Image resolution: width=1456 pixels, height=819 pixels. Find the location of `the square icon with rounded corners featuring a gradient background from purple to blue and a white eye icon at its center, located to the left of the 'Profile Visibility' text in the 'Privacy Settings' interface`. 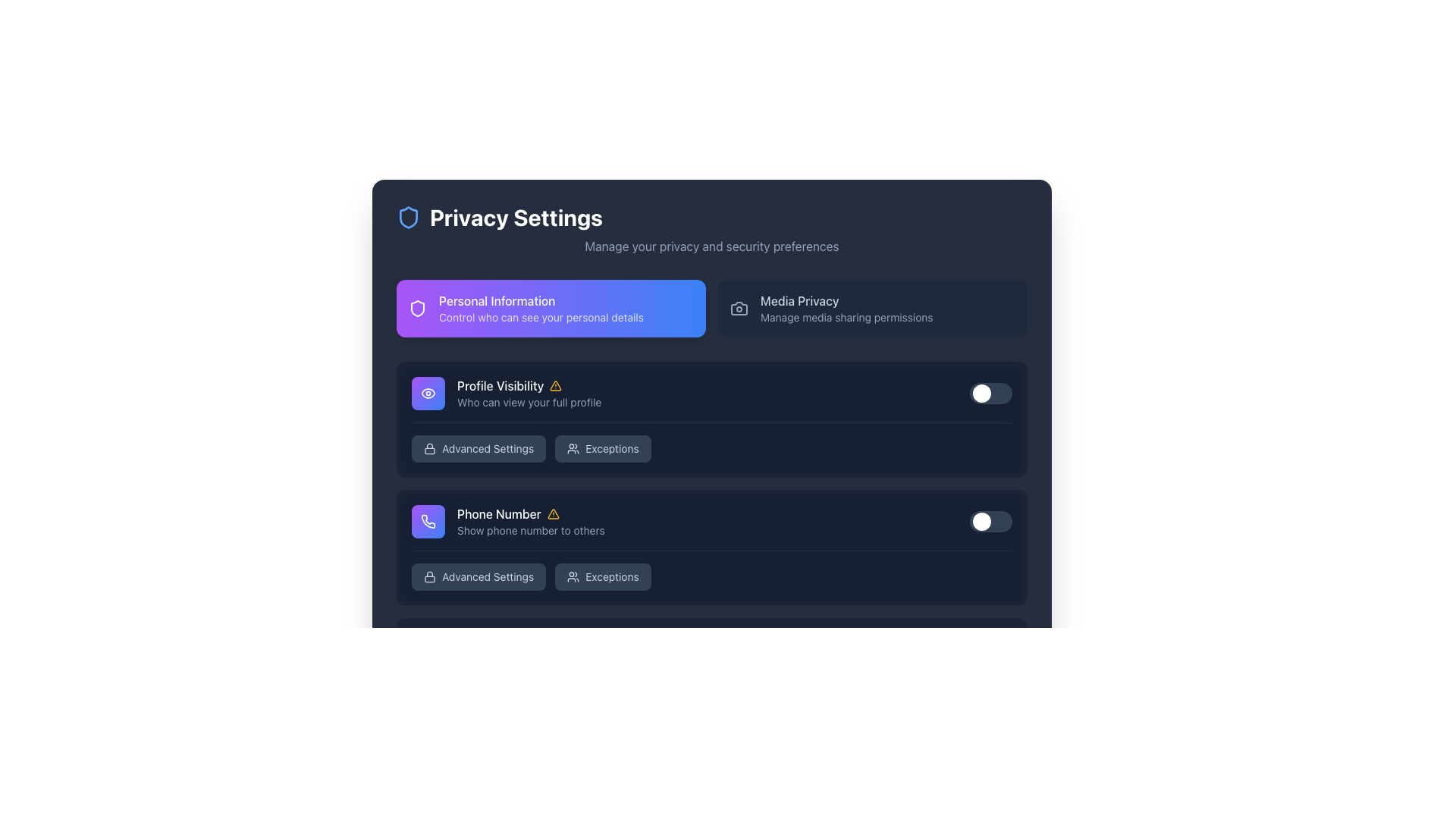

the square icon with rounded corners featuring a gradient background from purple to blue and a white eye icon at its center, located to the left of the 'Profile Visibility' text in the 'Privacy Settings' interface is located at coordinates (428, 393).